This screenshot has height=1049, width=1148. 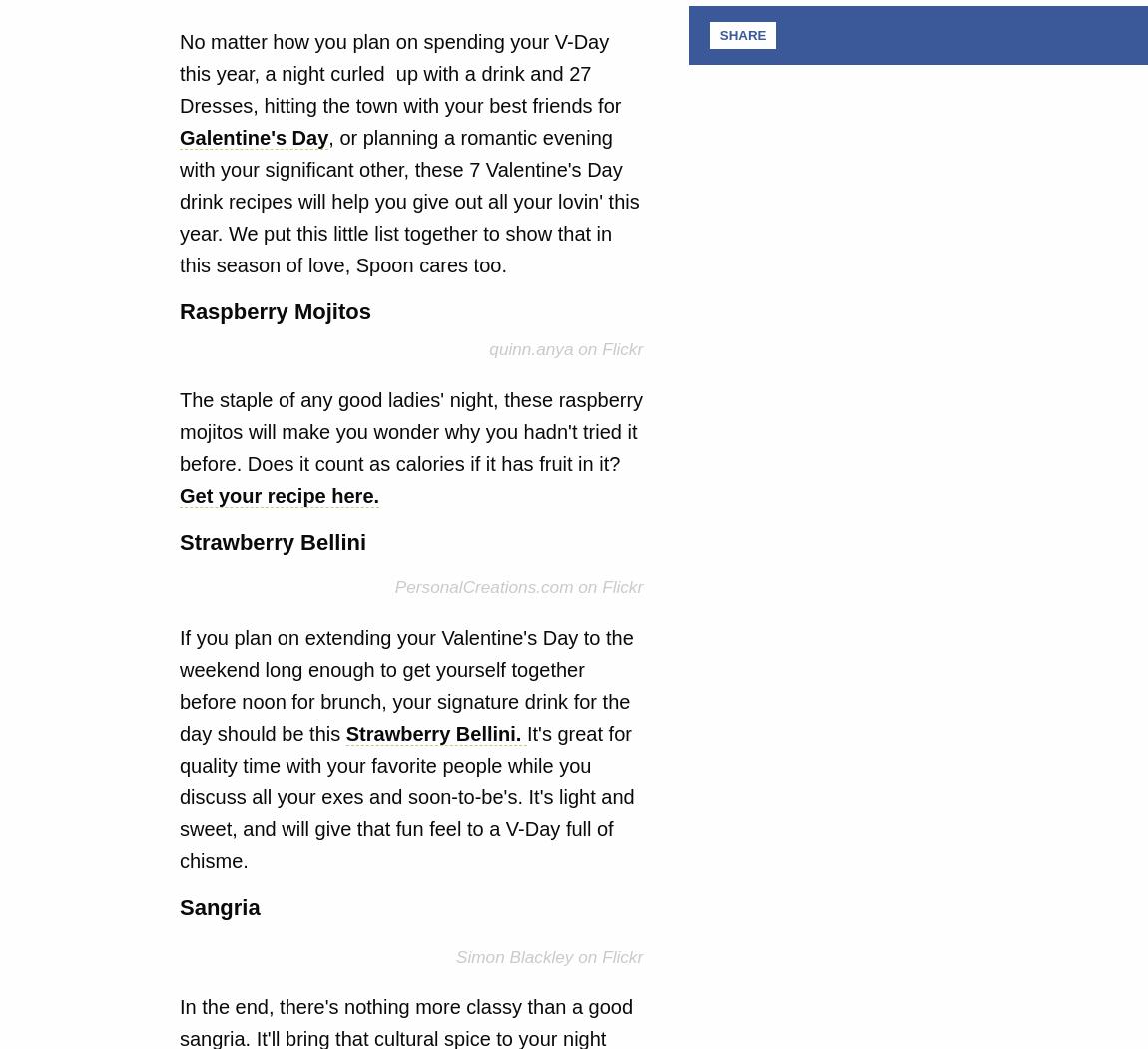 What do you see at coordinates (400, 72) in the screenshot?
I see `'No matter how you plan on spending your V-Day this year, a night curled  up with a drink and 27 Dresses, hitting the town with your best friends for'` at bounding box center [400, 72].